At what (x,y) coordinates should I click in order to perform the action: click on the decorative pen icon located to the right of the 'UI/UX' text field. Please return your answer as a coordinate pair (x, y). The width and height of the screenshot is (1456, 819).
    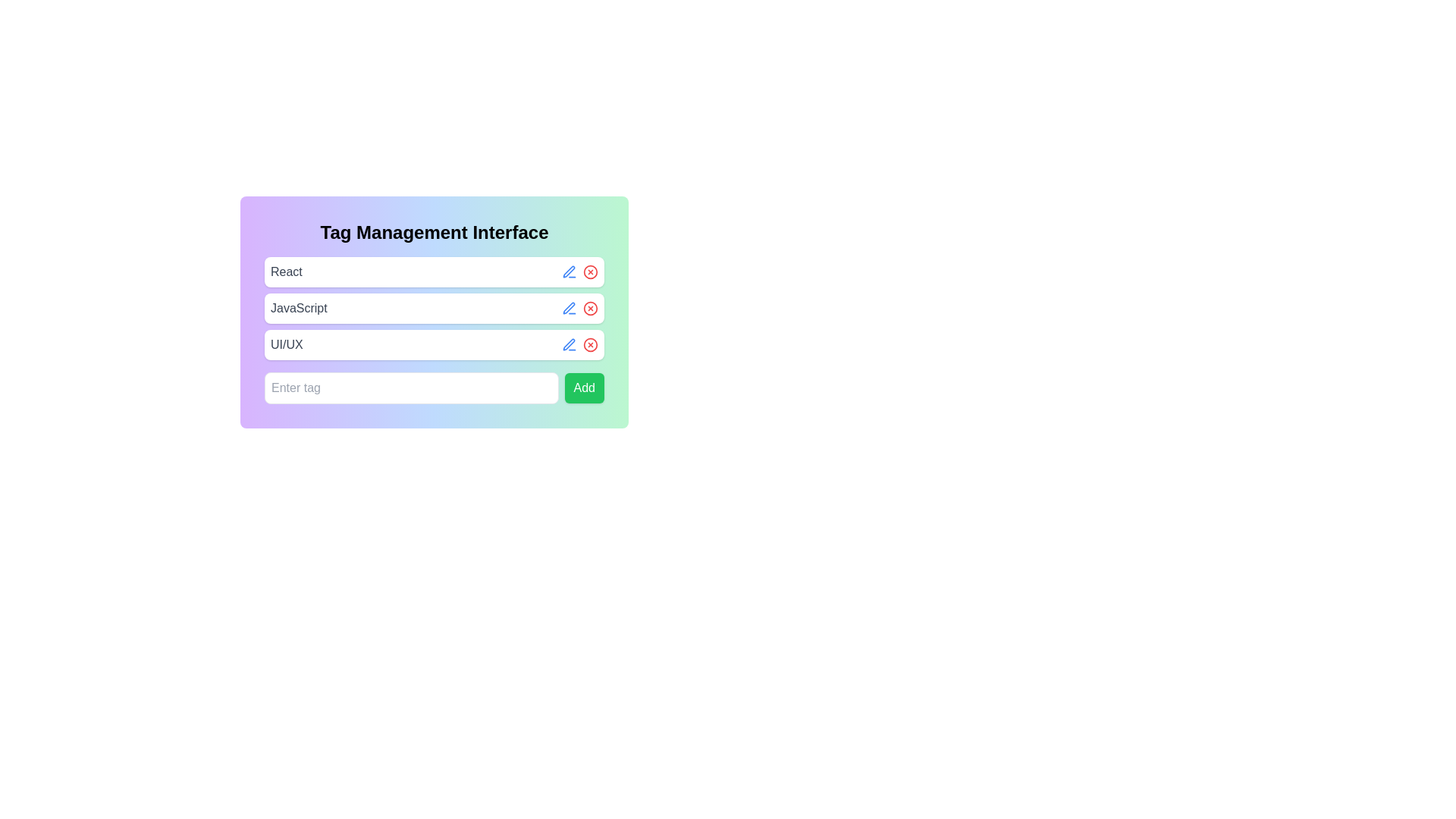
    Looking at the image, I should click on (568, 344).